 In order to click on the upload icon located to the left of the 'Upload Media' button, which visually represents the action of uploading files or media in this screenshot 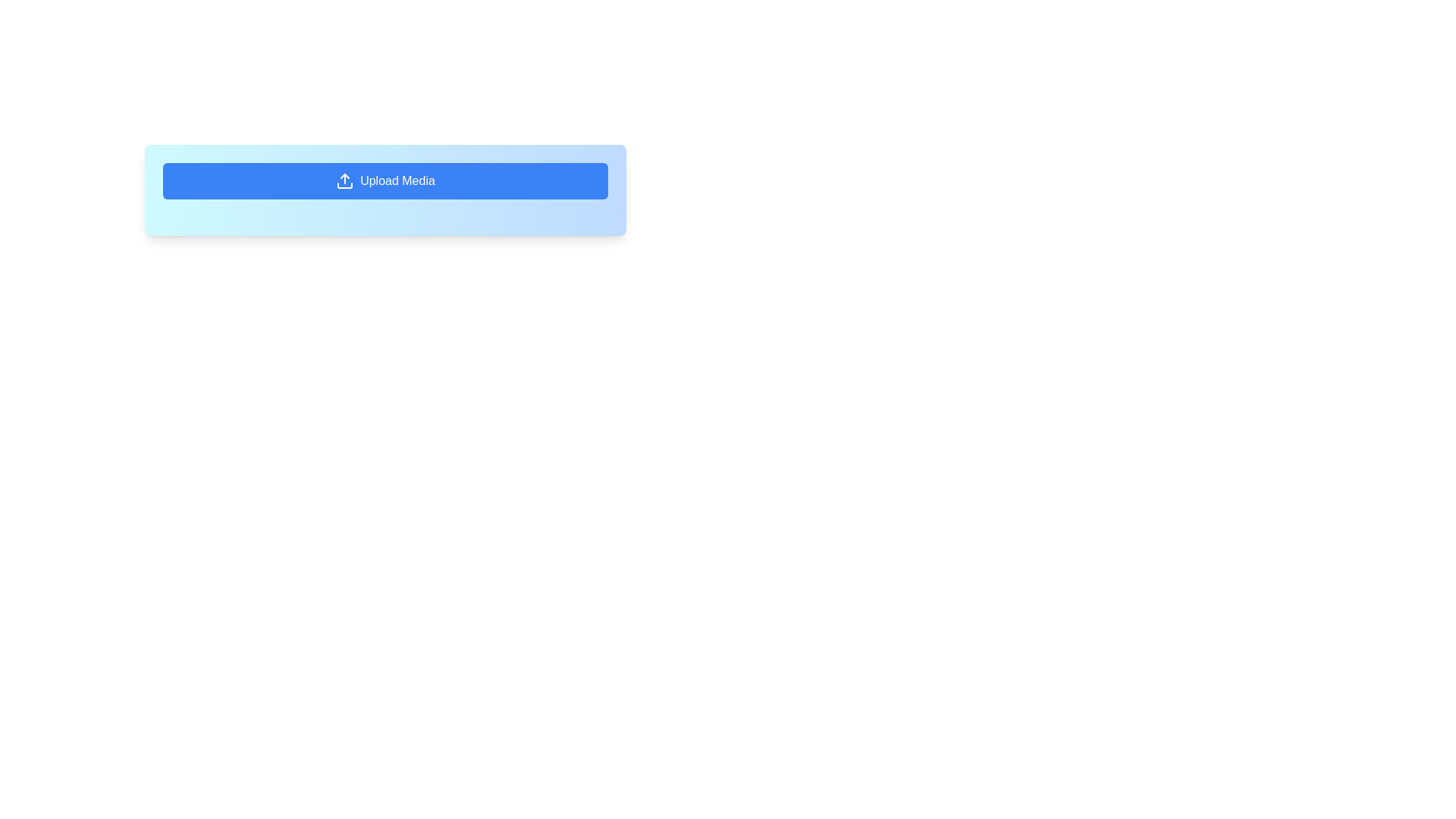, I will do `click(344, 180)`.